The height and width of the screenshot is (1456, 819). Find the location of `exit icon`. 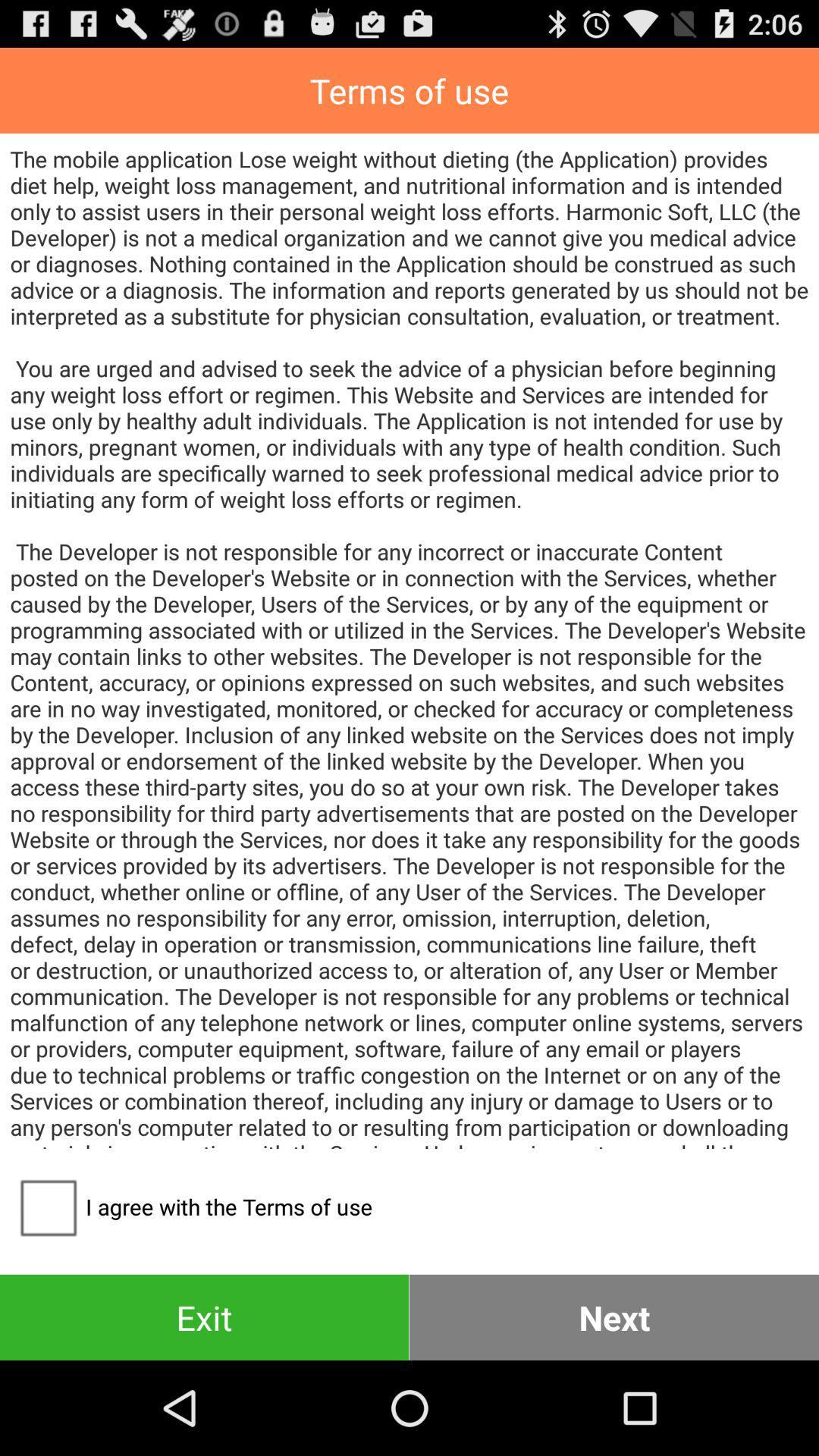

exit icon is located at coordinates (203, 1316).